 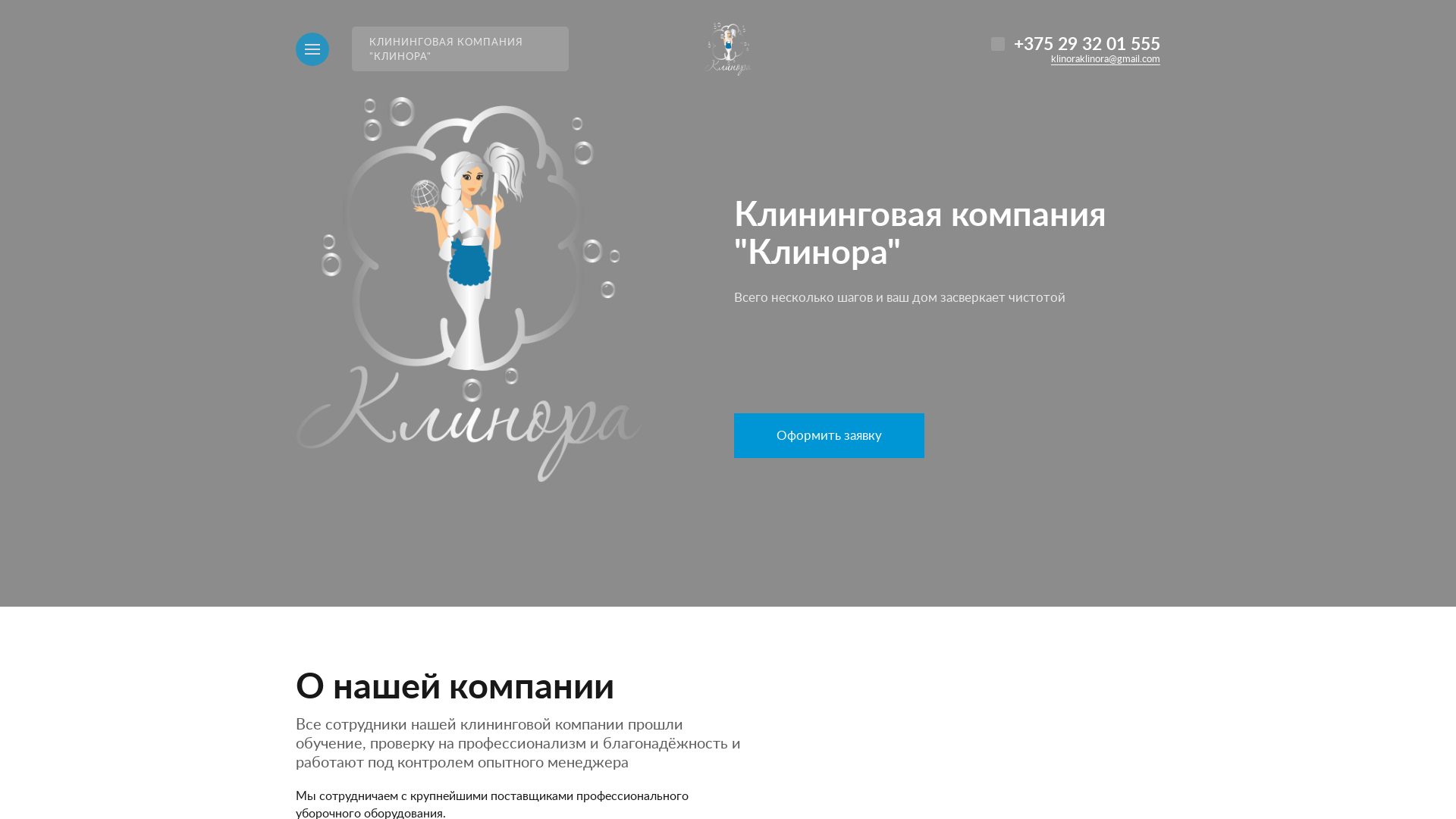 I want to click on 'klinoraklinora@gmail.com', so click(x=1106, y=58).